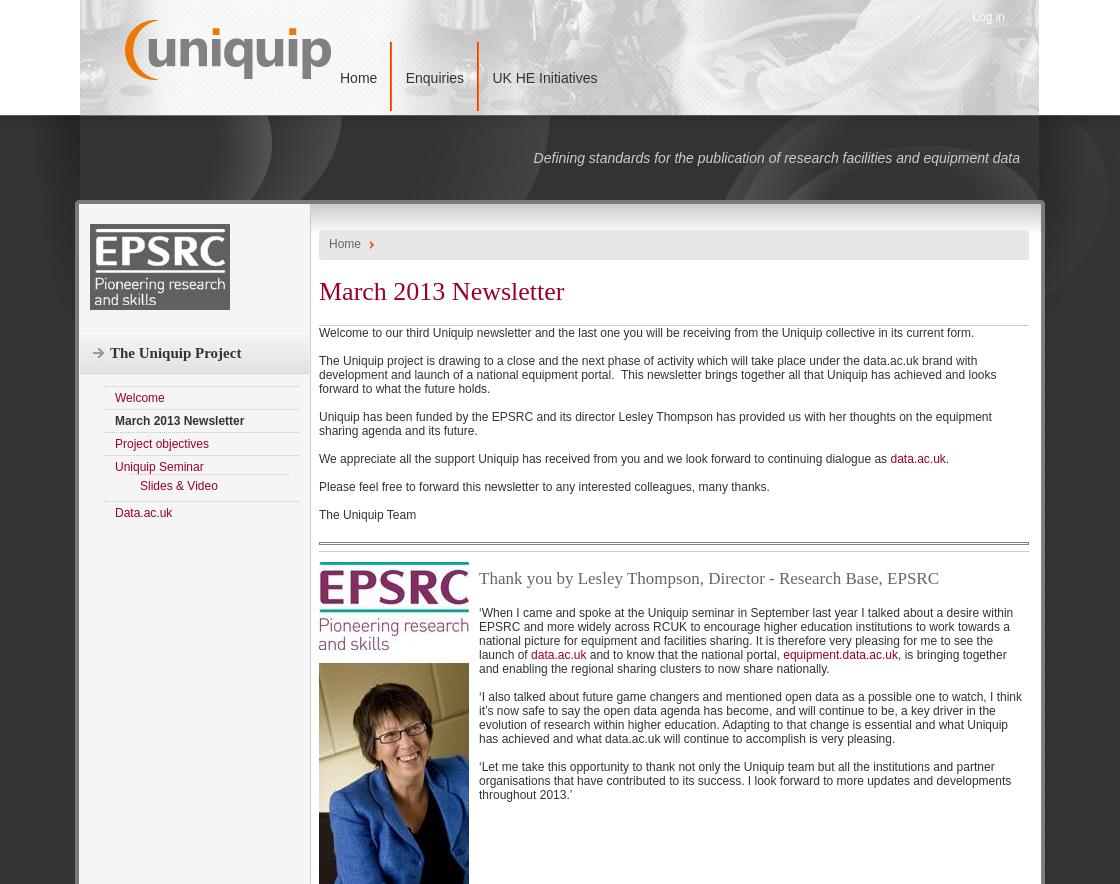 The width and height of the screenshot is (1120, 884). What do you see at coordinates (367, 512) in the screenshot?
I see `'The Uniquip Team'` at bounding box center [367, 512].